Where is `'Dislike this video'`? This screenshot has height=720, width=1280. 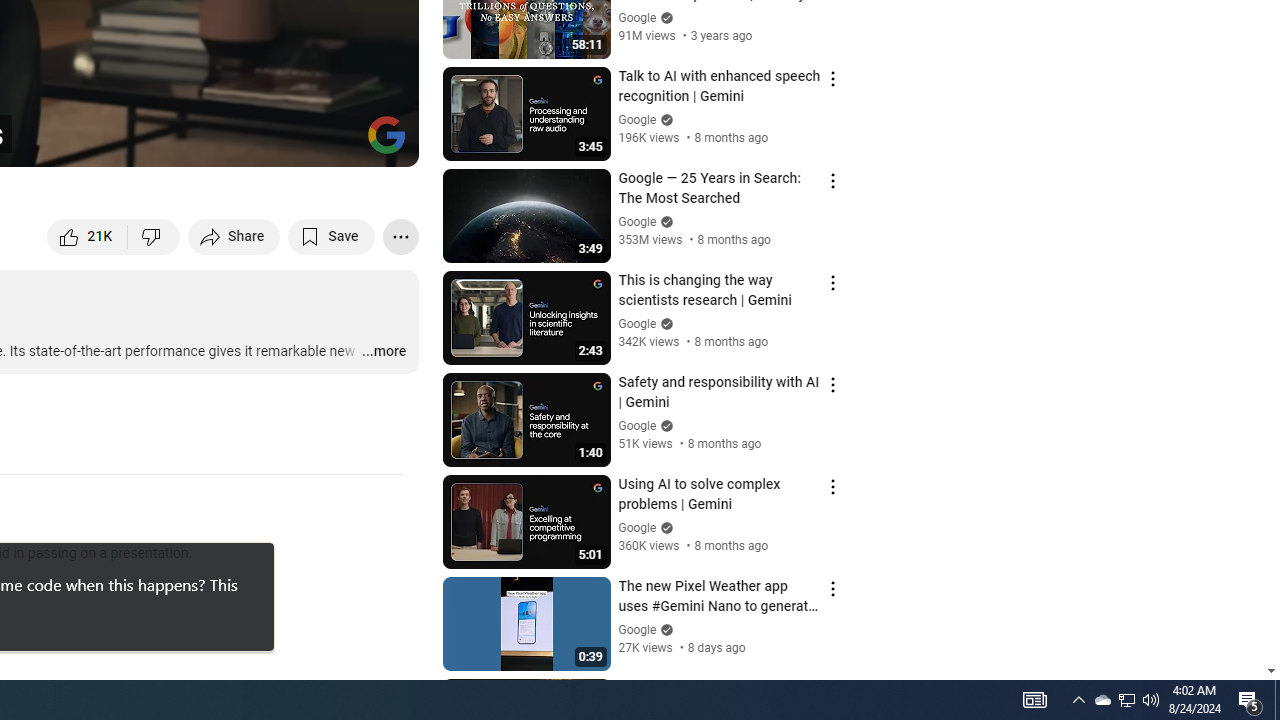 'Dislike this video' is located at coordinates (153, 235).